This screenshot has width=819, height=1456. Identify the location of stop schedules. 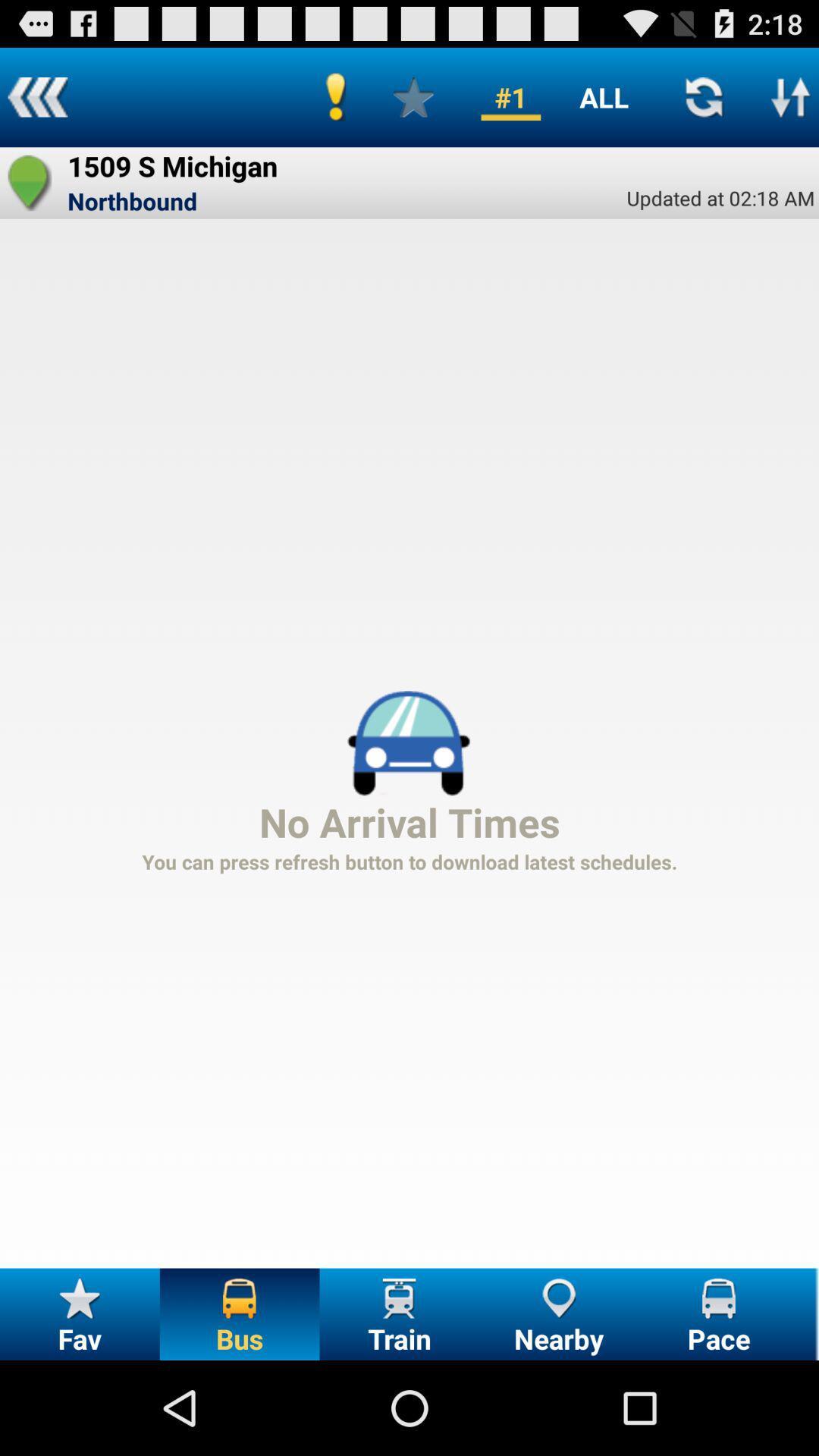
(790, 96).